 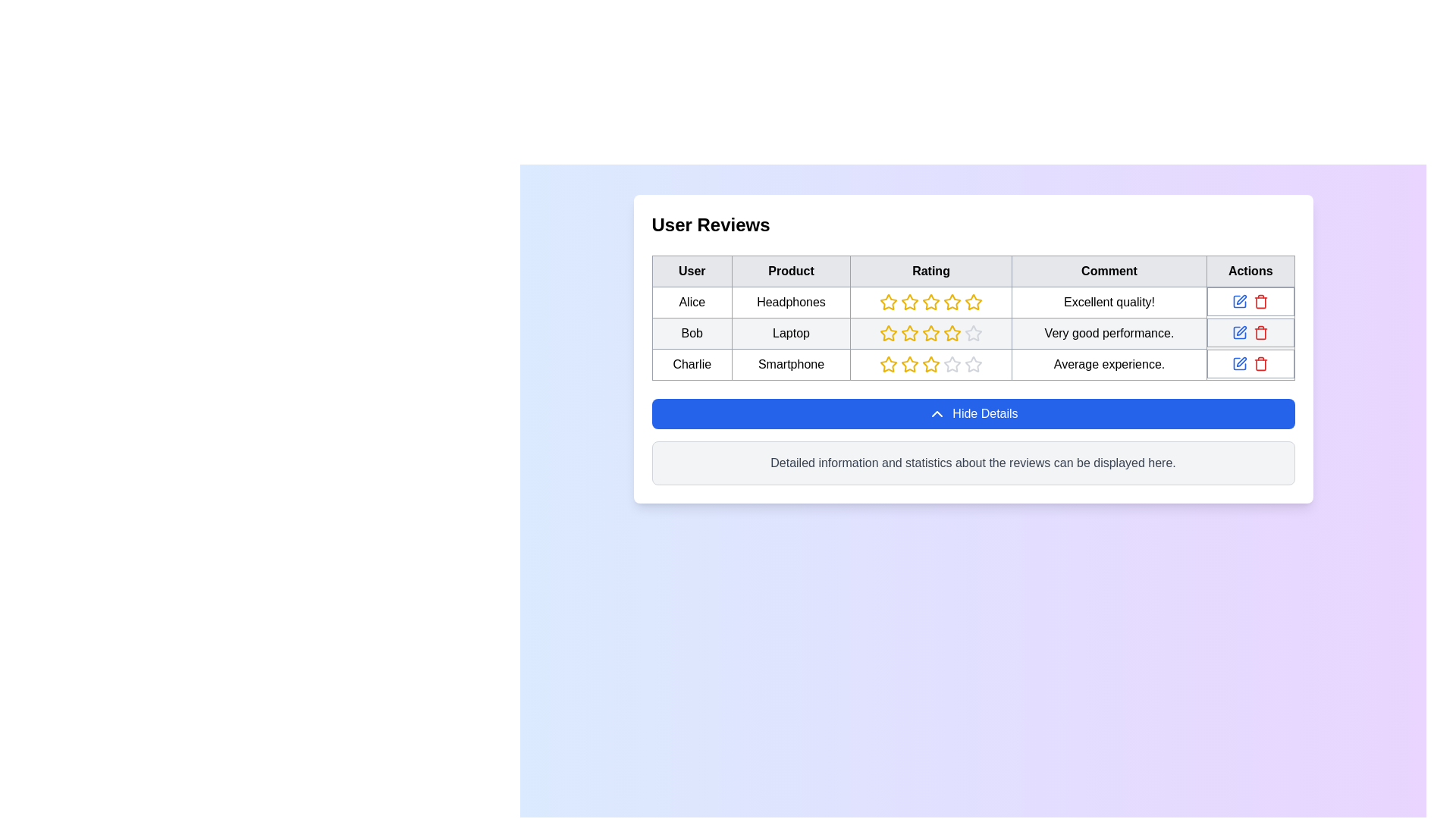 What do you see at coordinates (1240, 363) in the screenshot?
I see `the rectangular icon with rounded corners located in the 'Actions' column for Charlie in the review table` at bounding box center [1240, 363].